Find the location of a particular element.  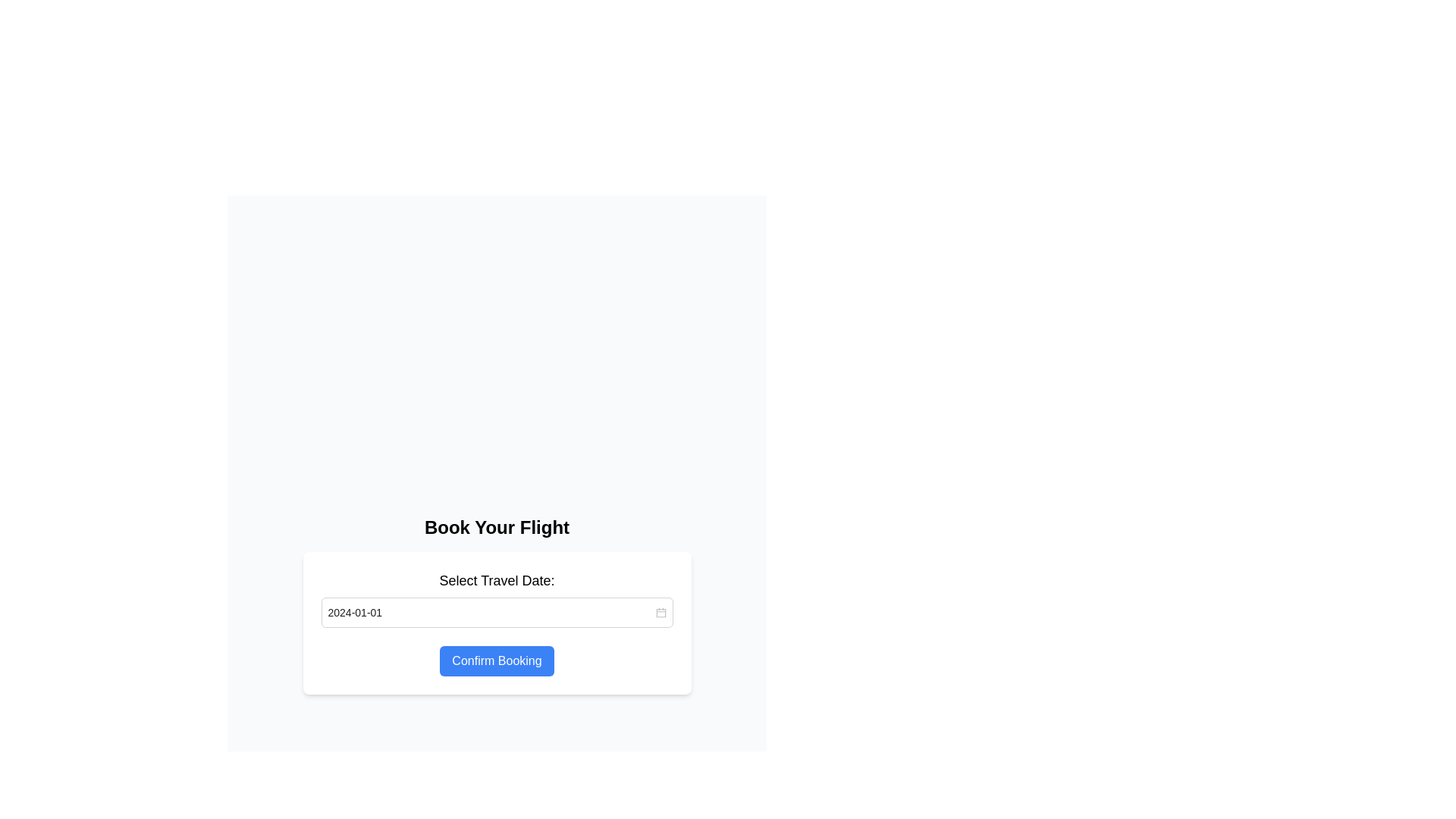

the confirm button located below the 'Select Travel Date' input field in the card section to confirm the booking is located at coordinates (497, 660).